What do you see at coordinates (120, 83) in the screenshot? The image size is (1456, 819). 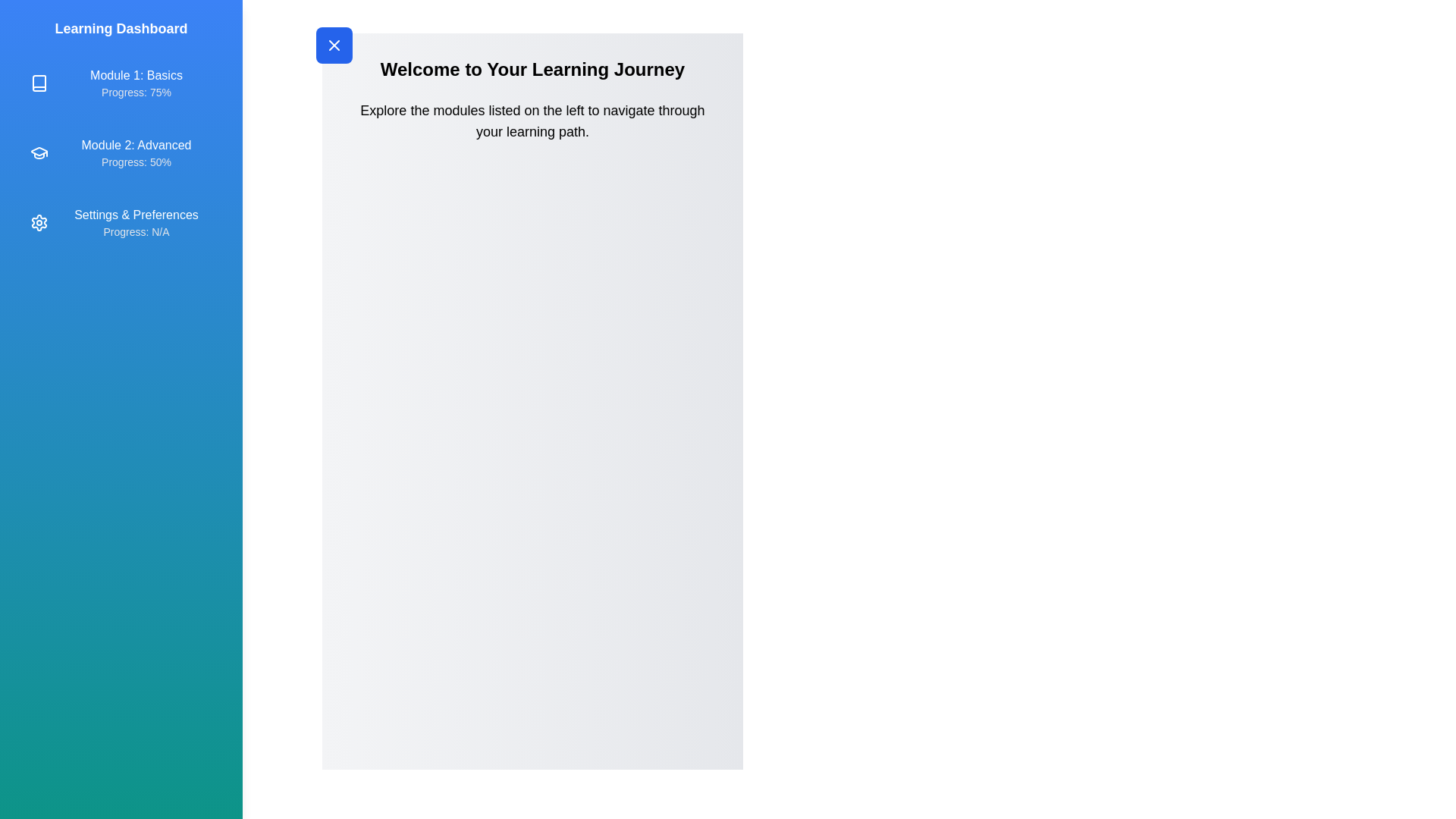 I see `the module titled Module 1: Basics from the list` at bounding box center [120, 83].